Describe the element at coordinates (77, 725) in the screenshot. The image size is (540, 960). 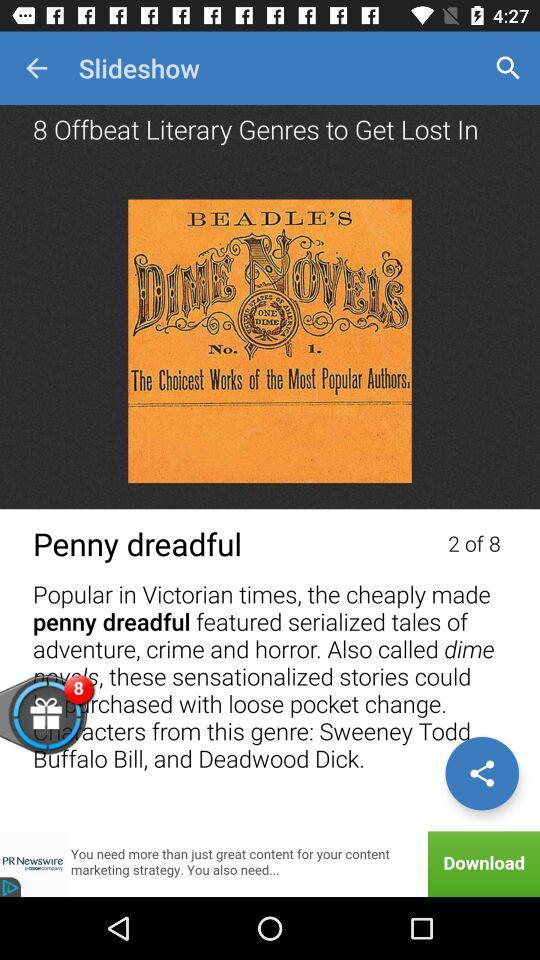
I see `gifts` at that location.